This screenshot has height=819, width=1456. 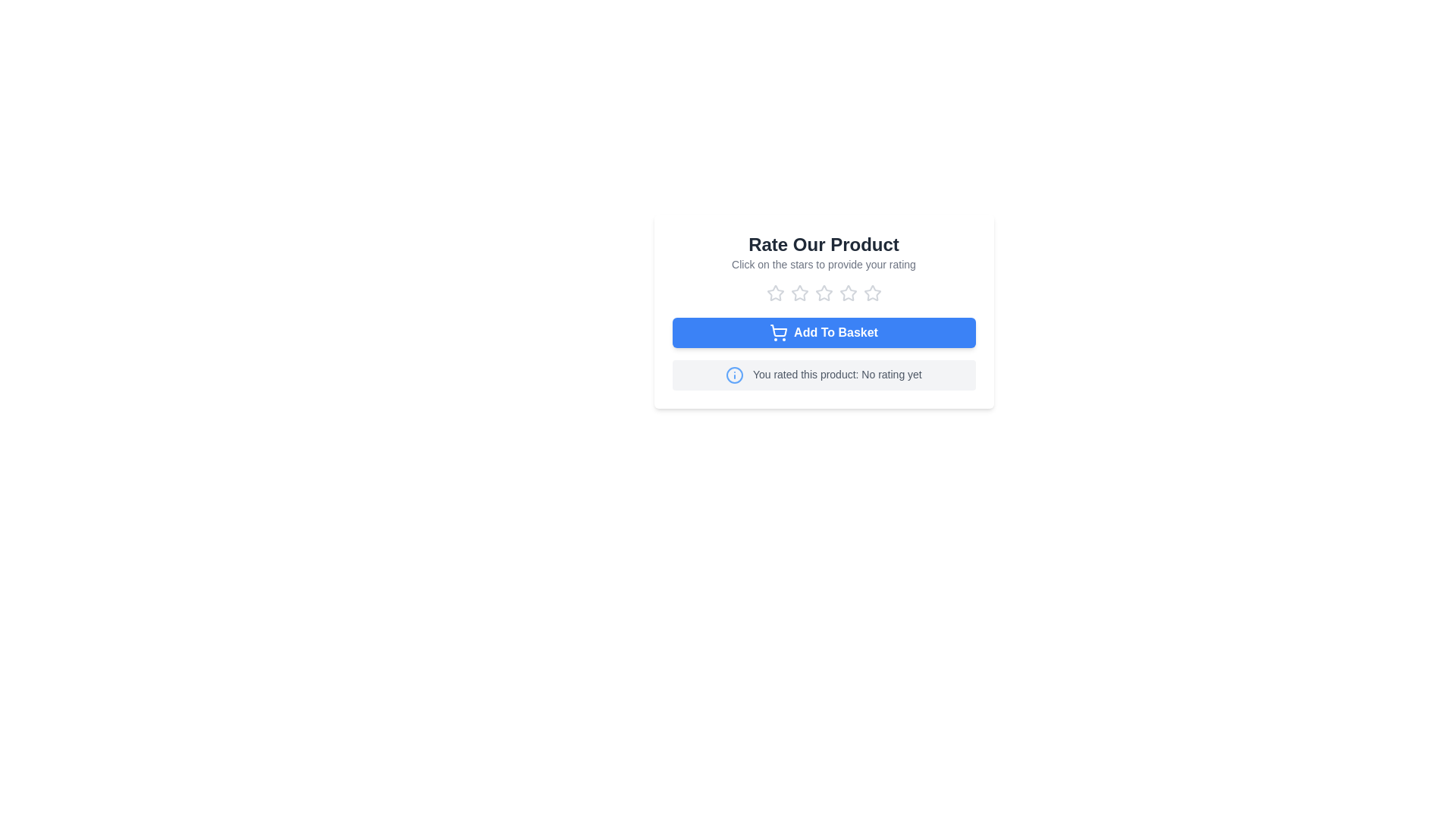 What do you see at coordinates (775, 293) in the screenshot?
I see `the first star icon in the rating row, which is styled as an outline of a star and is located immediately right of the label 'Rate Our Product'` at bounding box center [775, 293].